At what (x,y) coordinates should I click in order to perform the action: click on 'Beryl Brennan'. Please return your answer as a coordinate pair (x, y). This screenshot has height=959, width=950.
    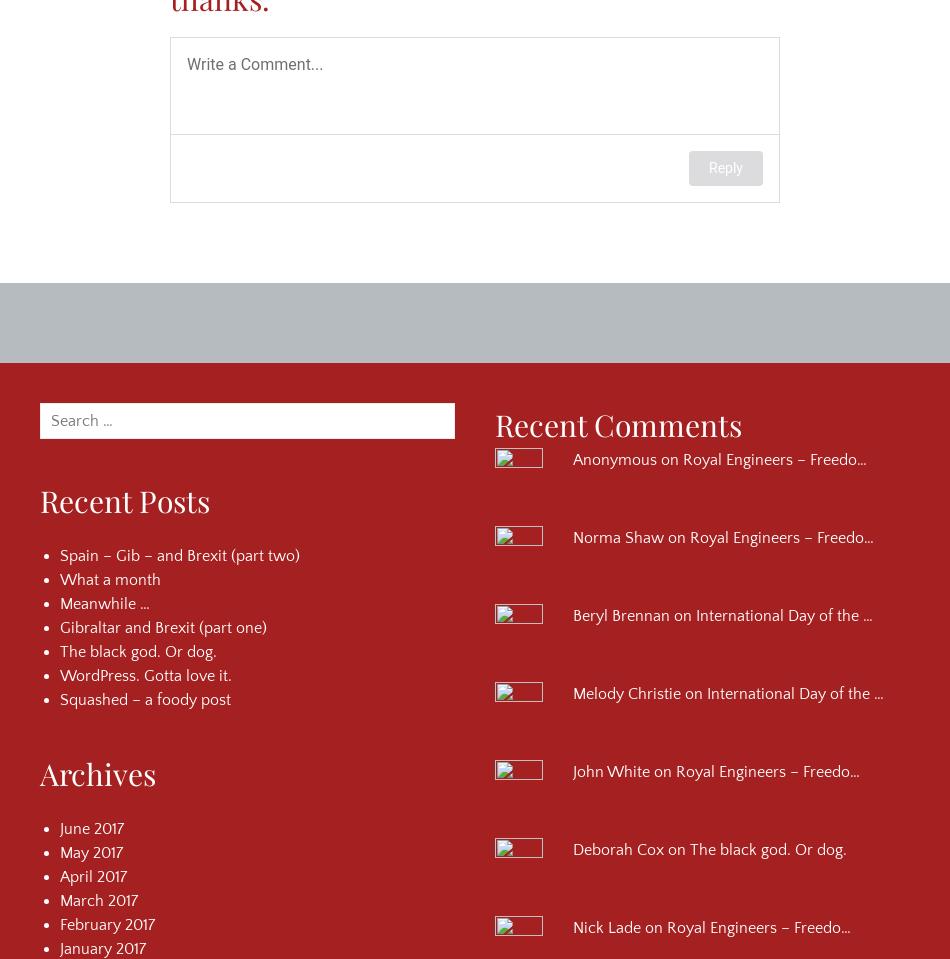
    Looking at the image, I should click on (621, 614).